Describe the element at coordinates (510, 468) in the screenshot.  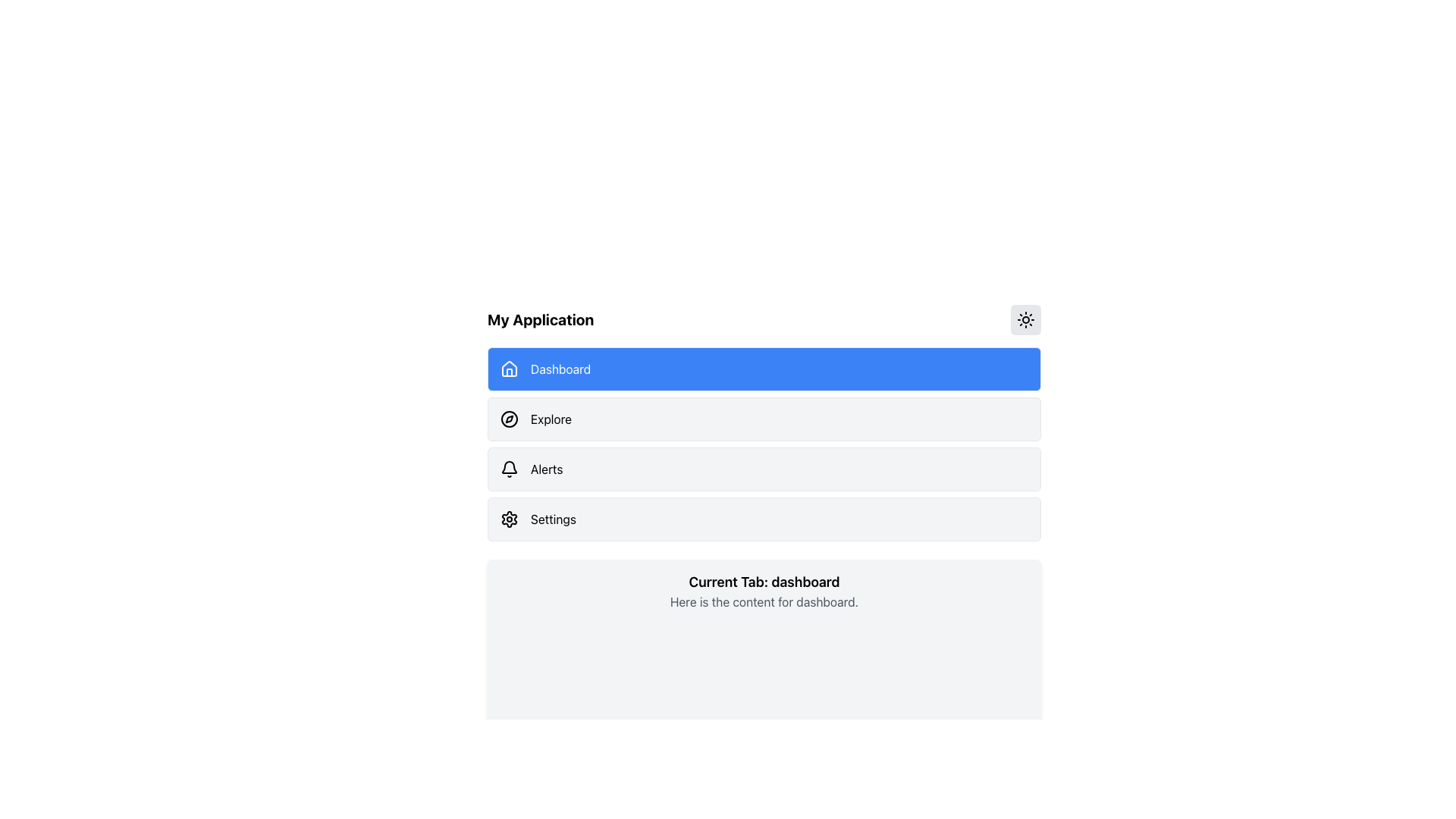
I see `the bell icon representing notifications within the 'Alerts' button group, which is the leftmost icon adjacent to the 'Alerts' label` at that location.